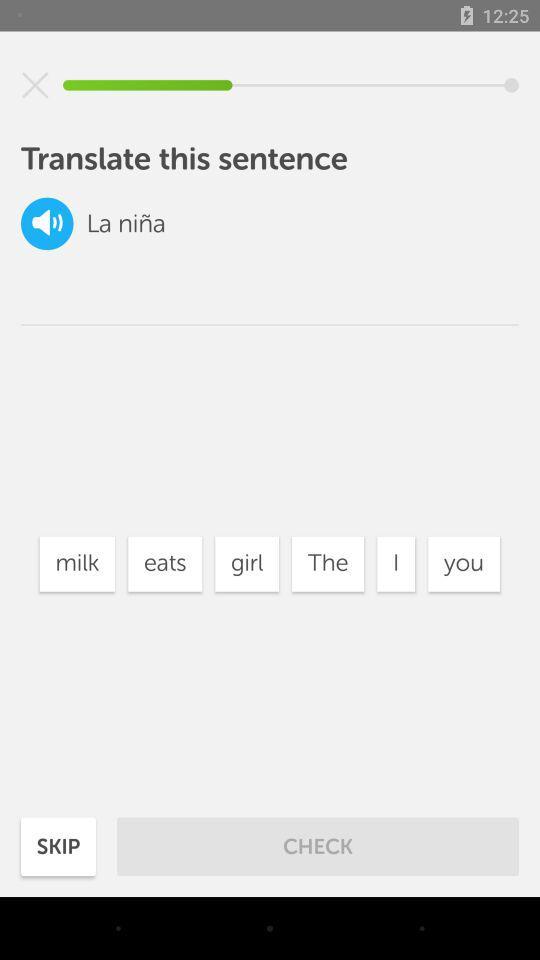  I want to click on the volume icon, so click(47, 223).